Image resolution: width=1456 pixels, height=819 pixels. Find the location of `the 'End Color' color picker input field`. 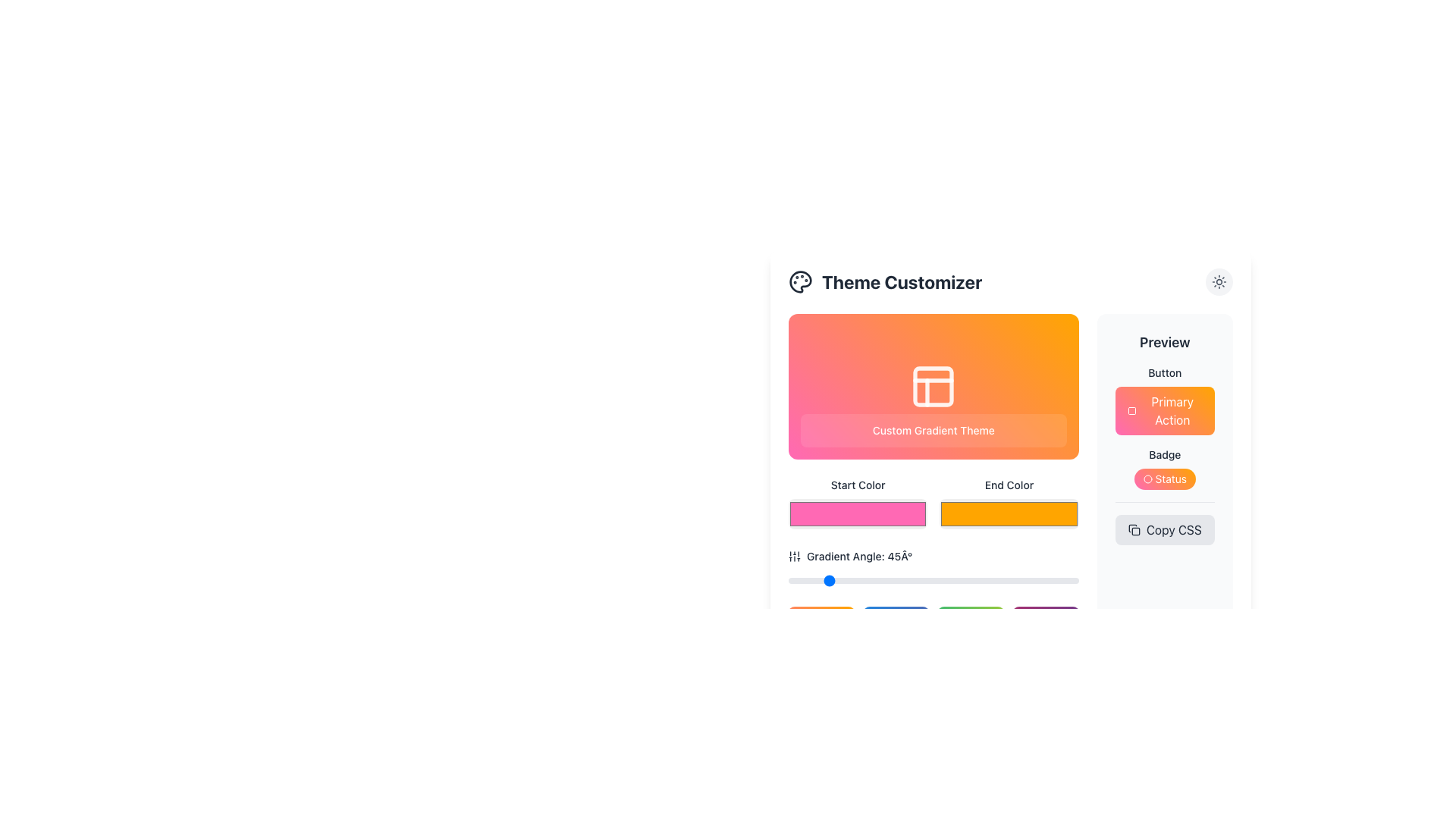

the 'End Color' color picker input field is located at coordinates (1008, 513).